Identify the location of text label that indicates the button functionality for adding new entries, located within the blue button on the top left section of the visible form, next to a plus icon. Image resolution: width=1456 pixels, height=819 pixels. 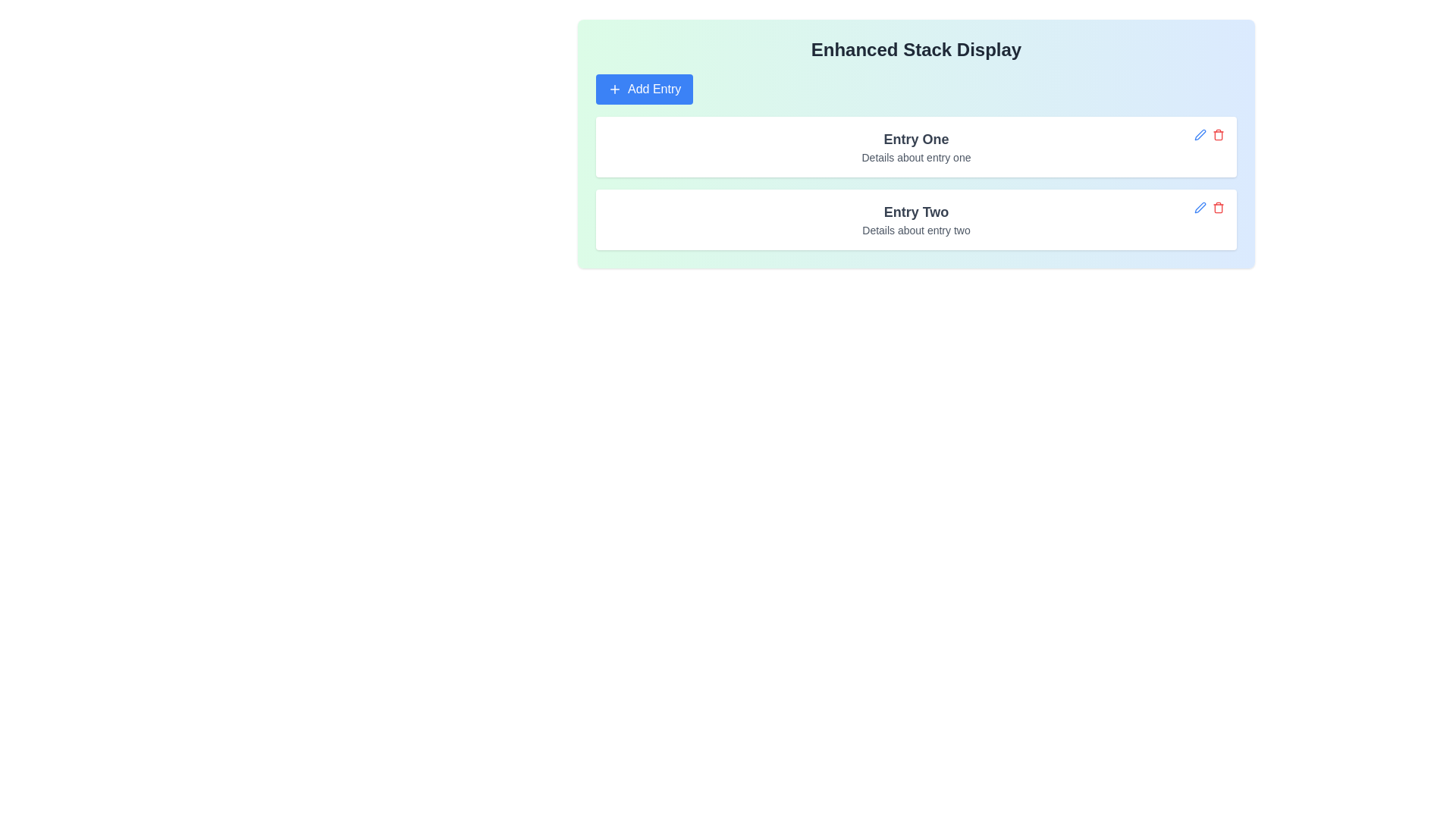
(654, 89).